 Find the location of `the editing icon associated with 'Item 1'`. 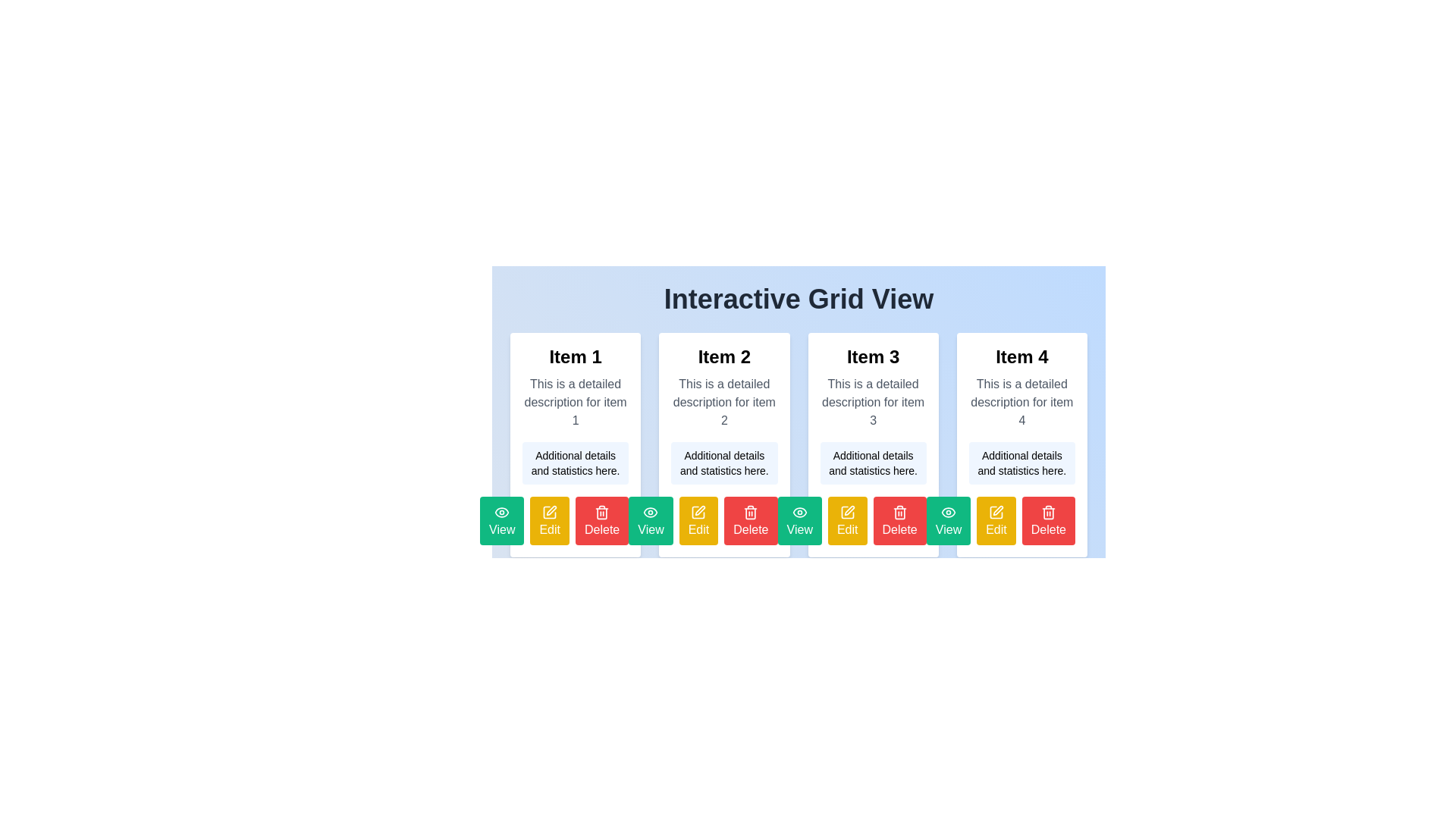

the editing icon associated with 'Item 1' is located at coordinates (549, 512).